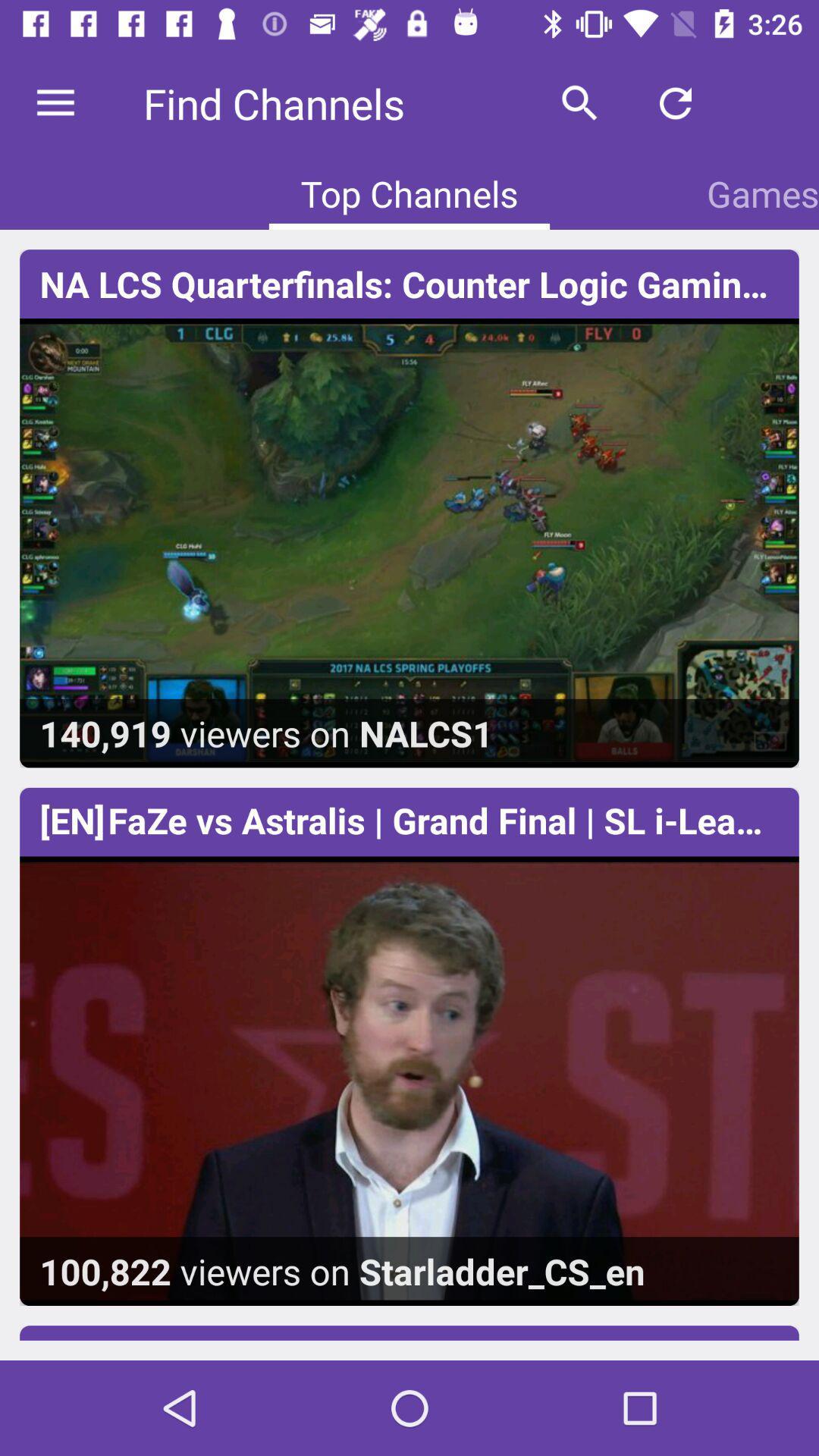 The width and height of the screenshot is (819, 1456). Describe the element at coordinates (409, 509) in the screenshot. I see `first image along with the text at top and bottom` at that location.